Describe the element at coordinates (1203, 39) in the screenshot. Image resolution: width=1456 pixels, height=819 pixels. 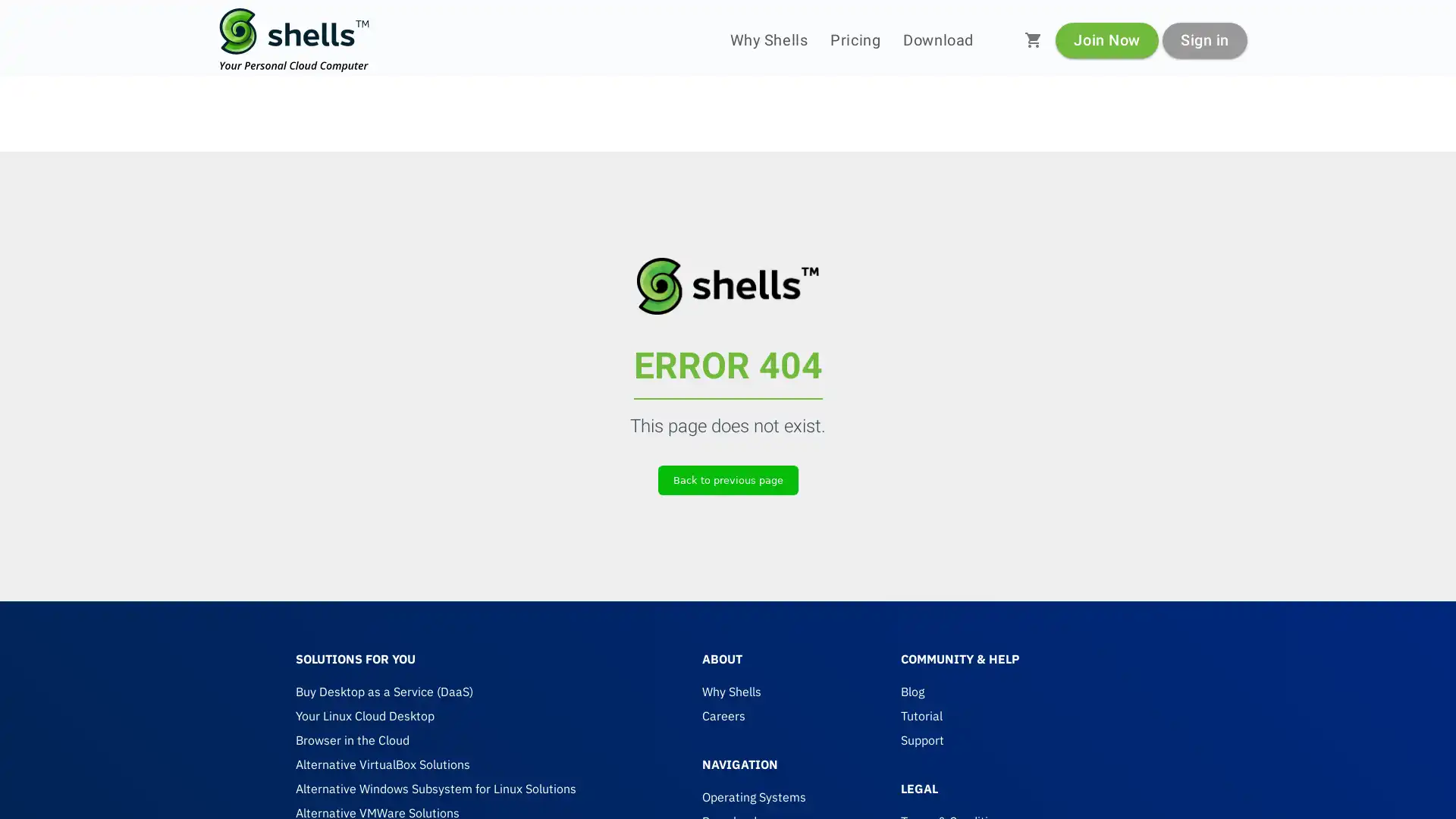
I see `Sign in` at that location.